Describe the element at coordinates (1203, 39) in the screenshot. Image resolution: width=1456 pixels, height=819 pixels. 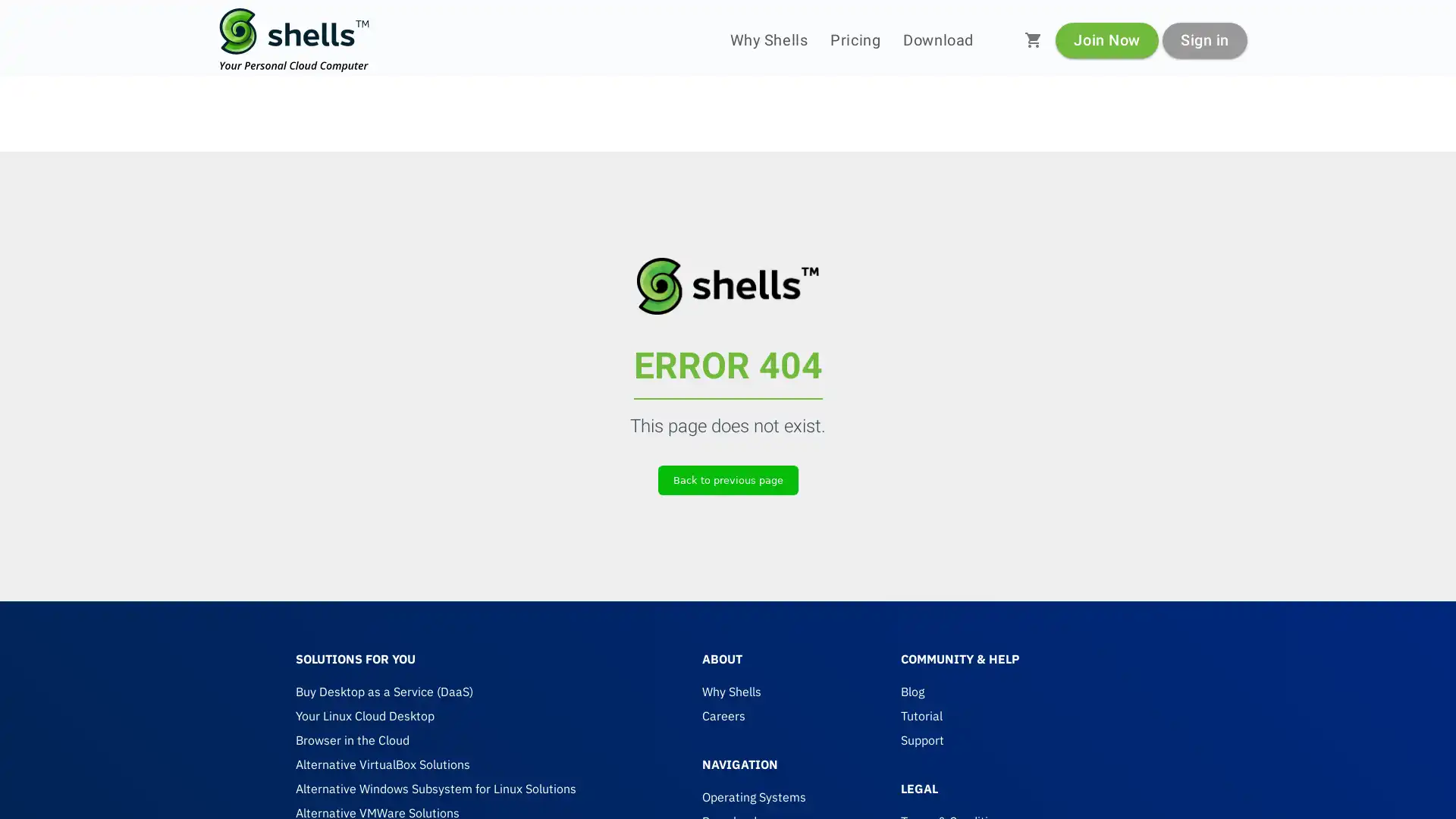
I see `Sign in` at that location.